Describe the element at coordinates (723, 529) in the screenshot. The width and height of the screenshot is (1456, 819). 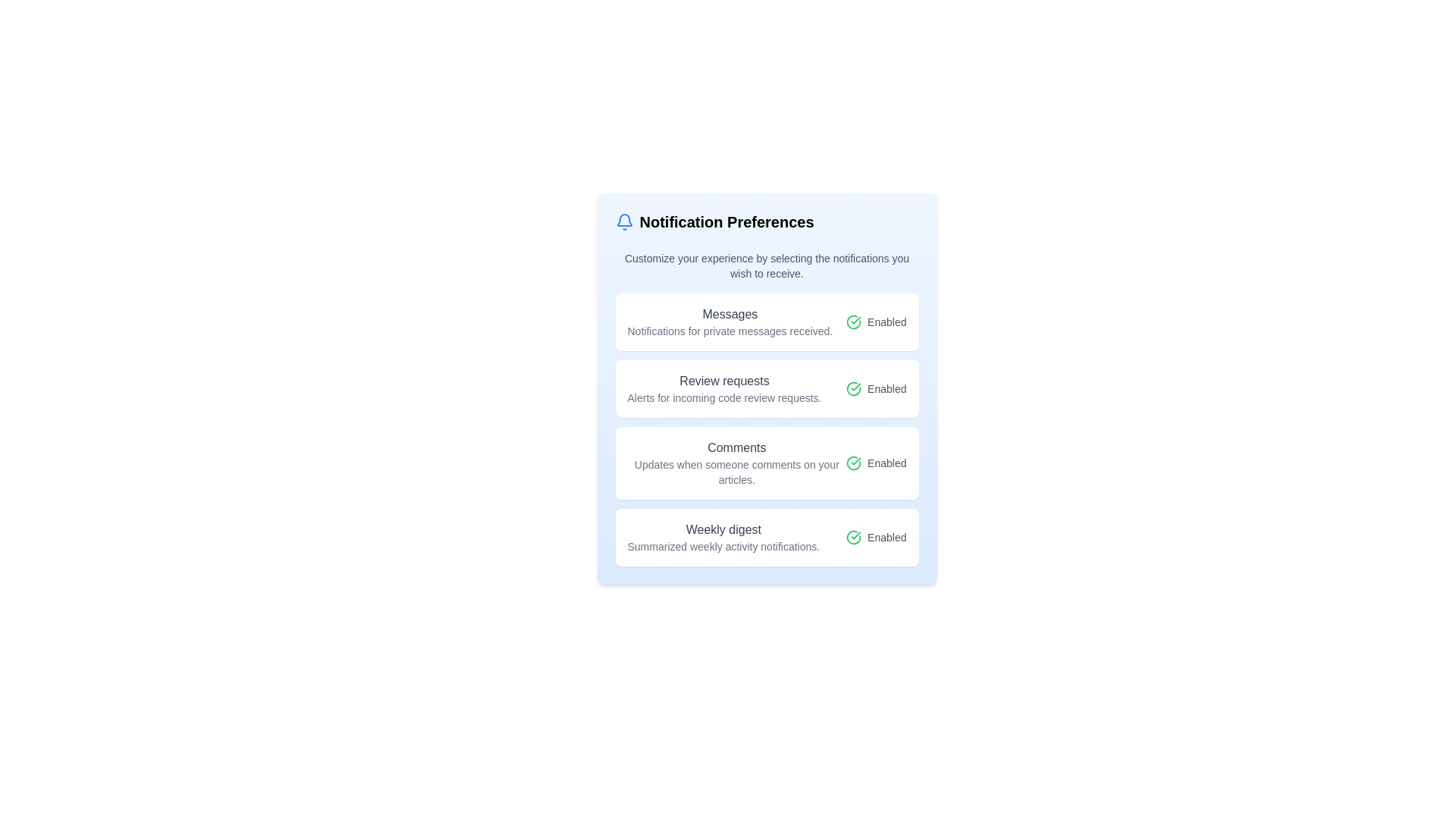
I see `the label for weekly summaries located below the 'Comments' section and above the descriptive text for 'Summarized weekly activity notifications'` at that location.